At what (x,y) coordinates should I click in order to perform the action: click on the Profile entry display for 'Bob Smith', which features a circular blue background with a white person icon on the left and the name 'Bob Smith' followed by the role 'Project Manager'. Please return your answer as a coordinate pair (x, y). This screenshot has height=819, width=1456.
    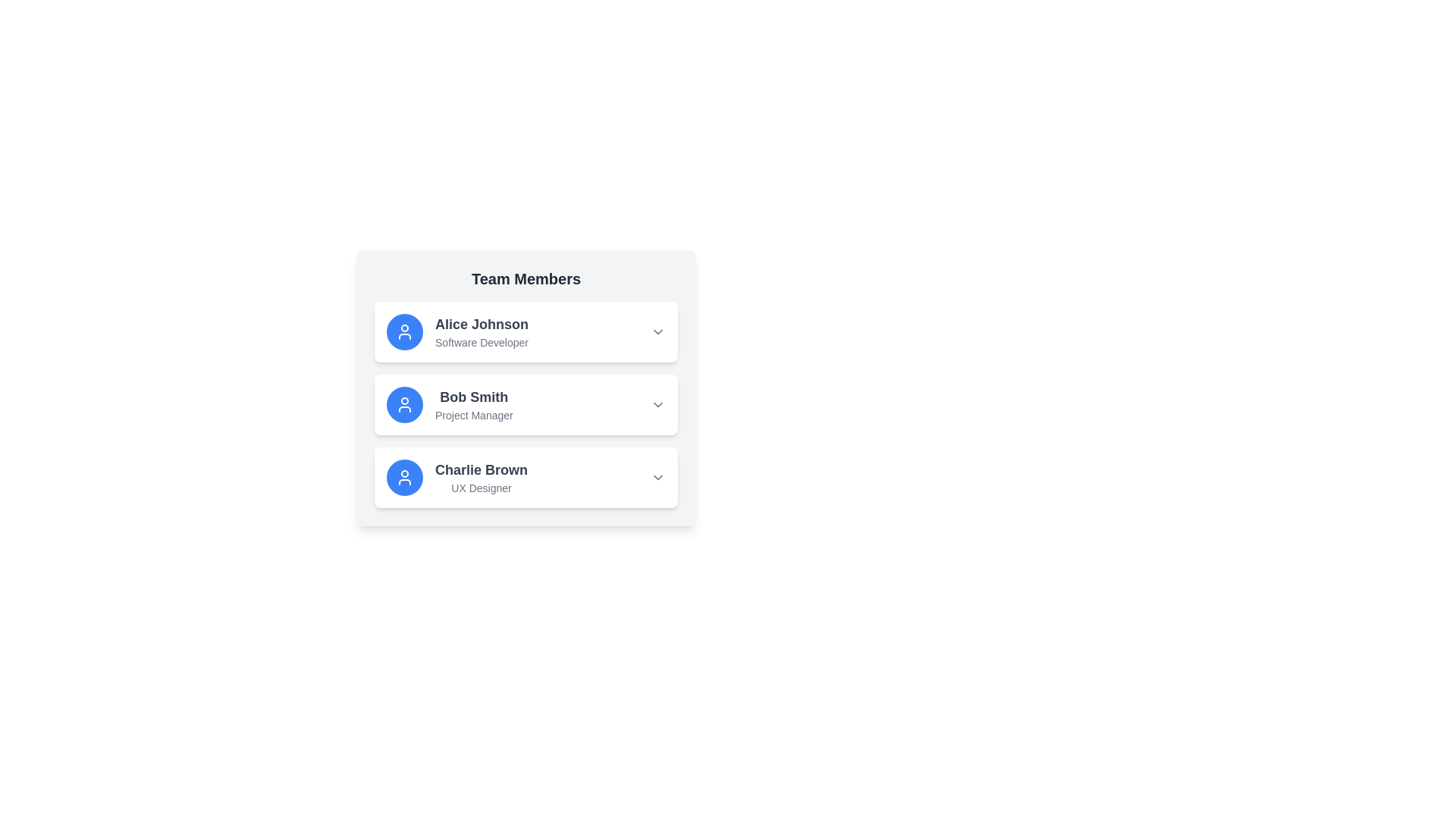
    Looking at the image, I should click on (449, 403).